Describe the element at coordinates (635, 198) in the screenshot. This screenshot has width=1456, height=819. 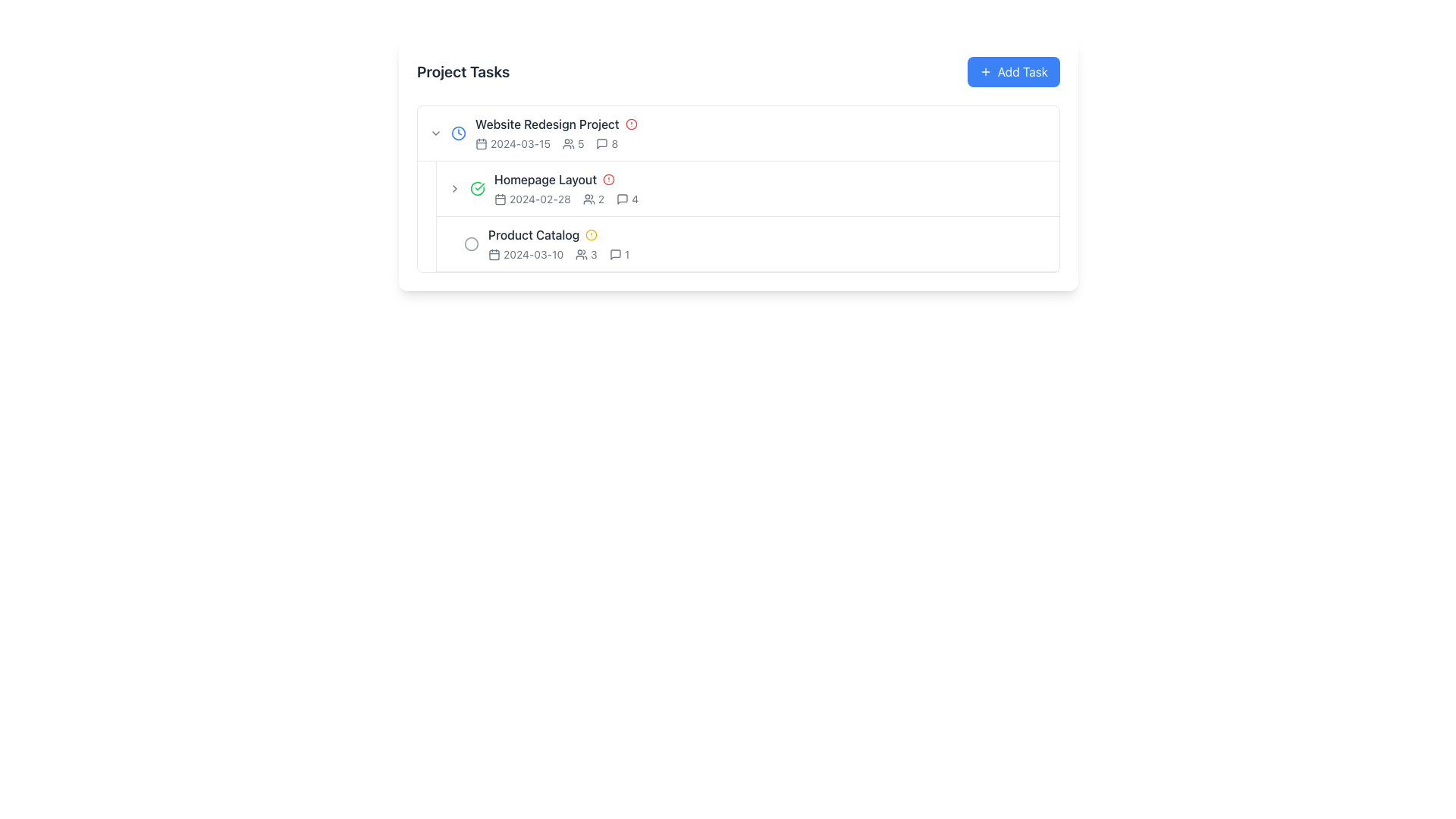
I see `the Counter Label indicating the number of comments or messages associated with the 'Homepage Layout' task, which is located to the right of a speech bubble icon and below the 'Website Redesign Project' row` at that location.